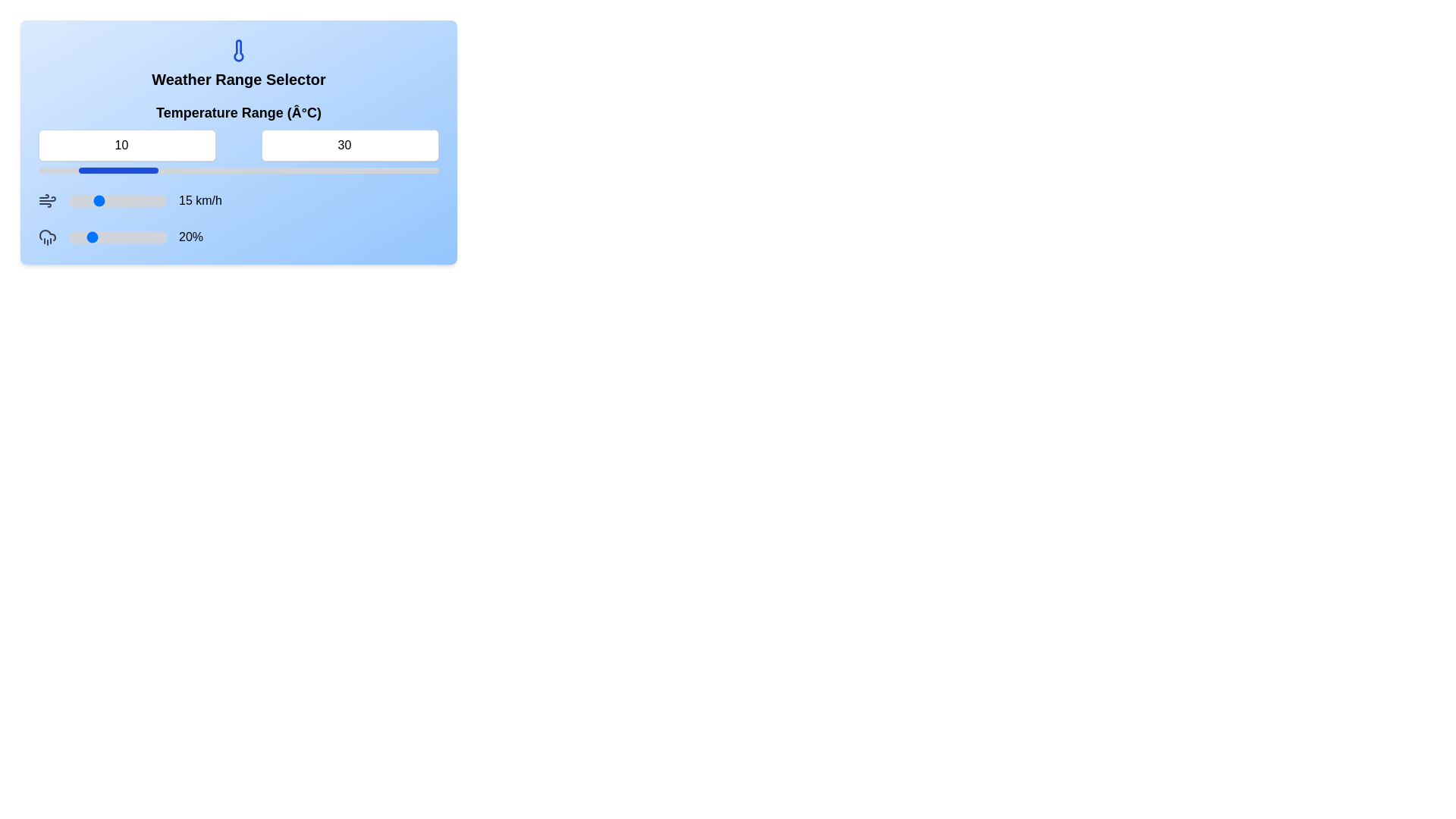  Describe the element at coordinates (238, 237) in the screenshot. I see `the label displaying '20%' which is positioned adjacent to the rain percentage slider and beneath the 'Temperature Range (°C)' heading` at that location.